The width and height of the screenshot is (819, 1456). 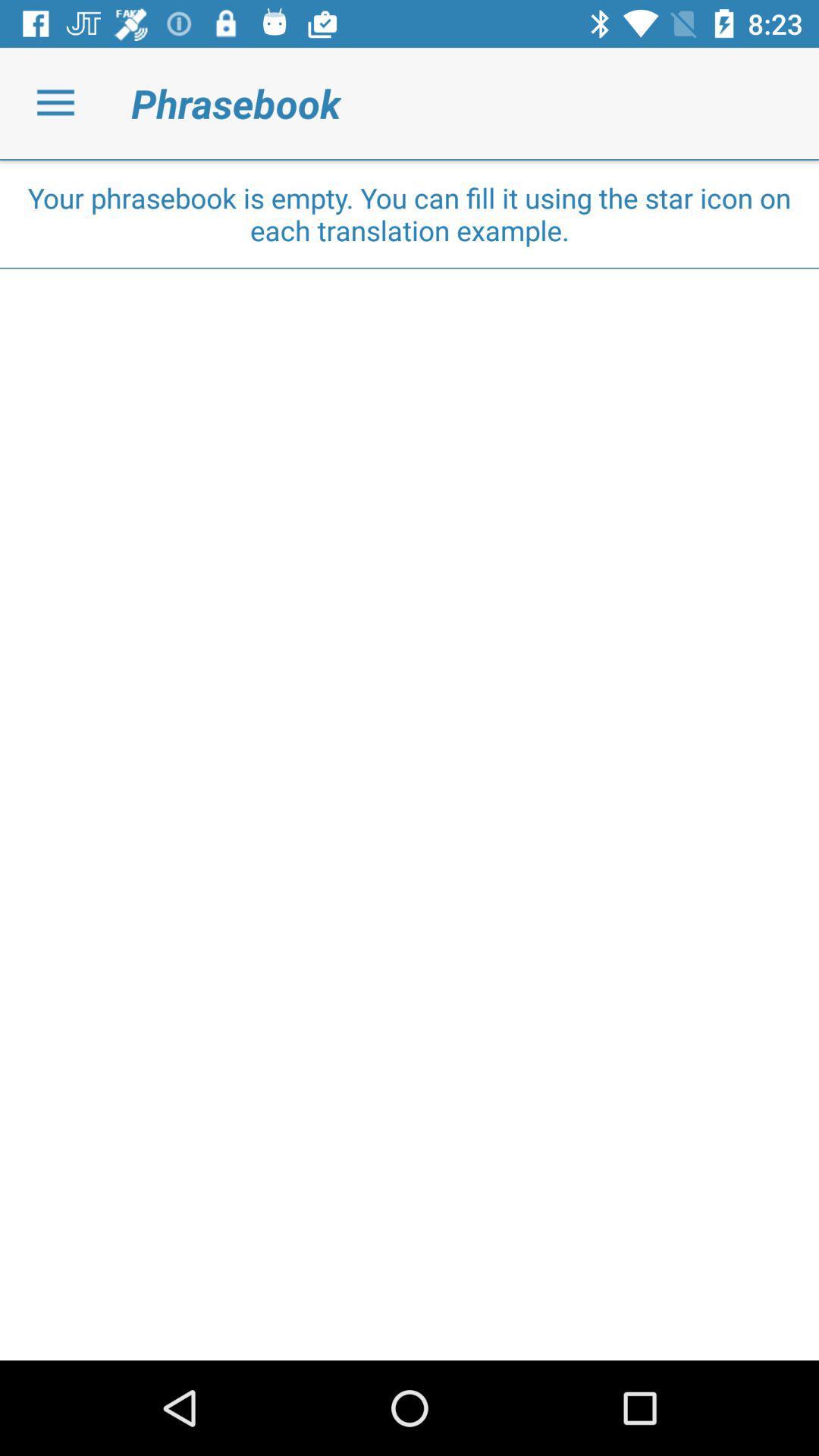 What do you see at coordinates (409, 159) in the screenshot?
I see `the item above your phrasebook is icon` at bounding box center [409, 159].